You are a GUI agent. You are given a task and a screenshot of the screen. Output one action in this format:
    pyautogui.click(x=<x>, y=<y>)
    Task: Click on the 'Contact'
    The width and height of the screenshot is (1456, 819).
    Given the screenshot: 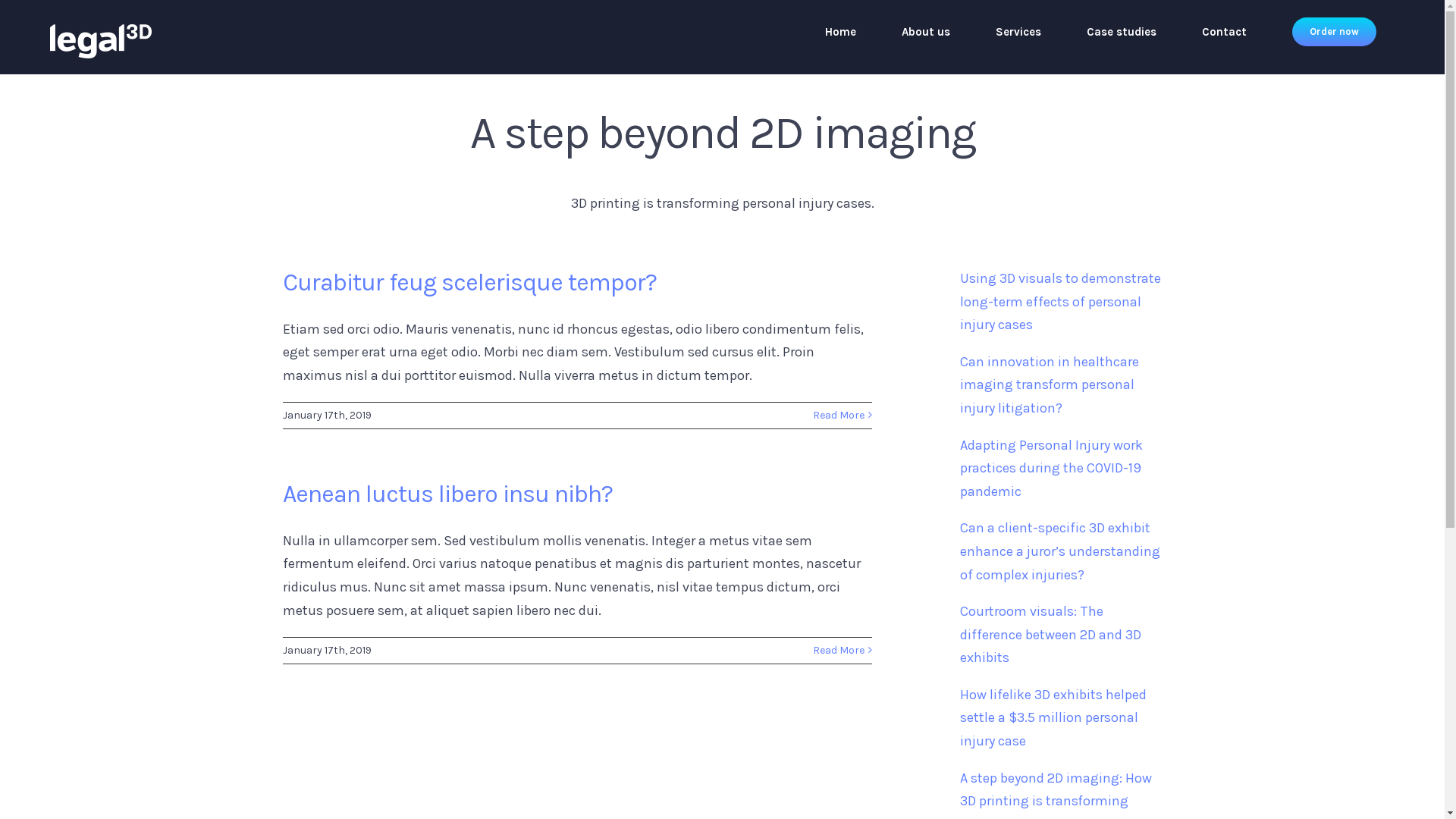 What is the action you would take?
    pyautogui.click(x=1224, y=32)
    